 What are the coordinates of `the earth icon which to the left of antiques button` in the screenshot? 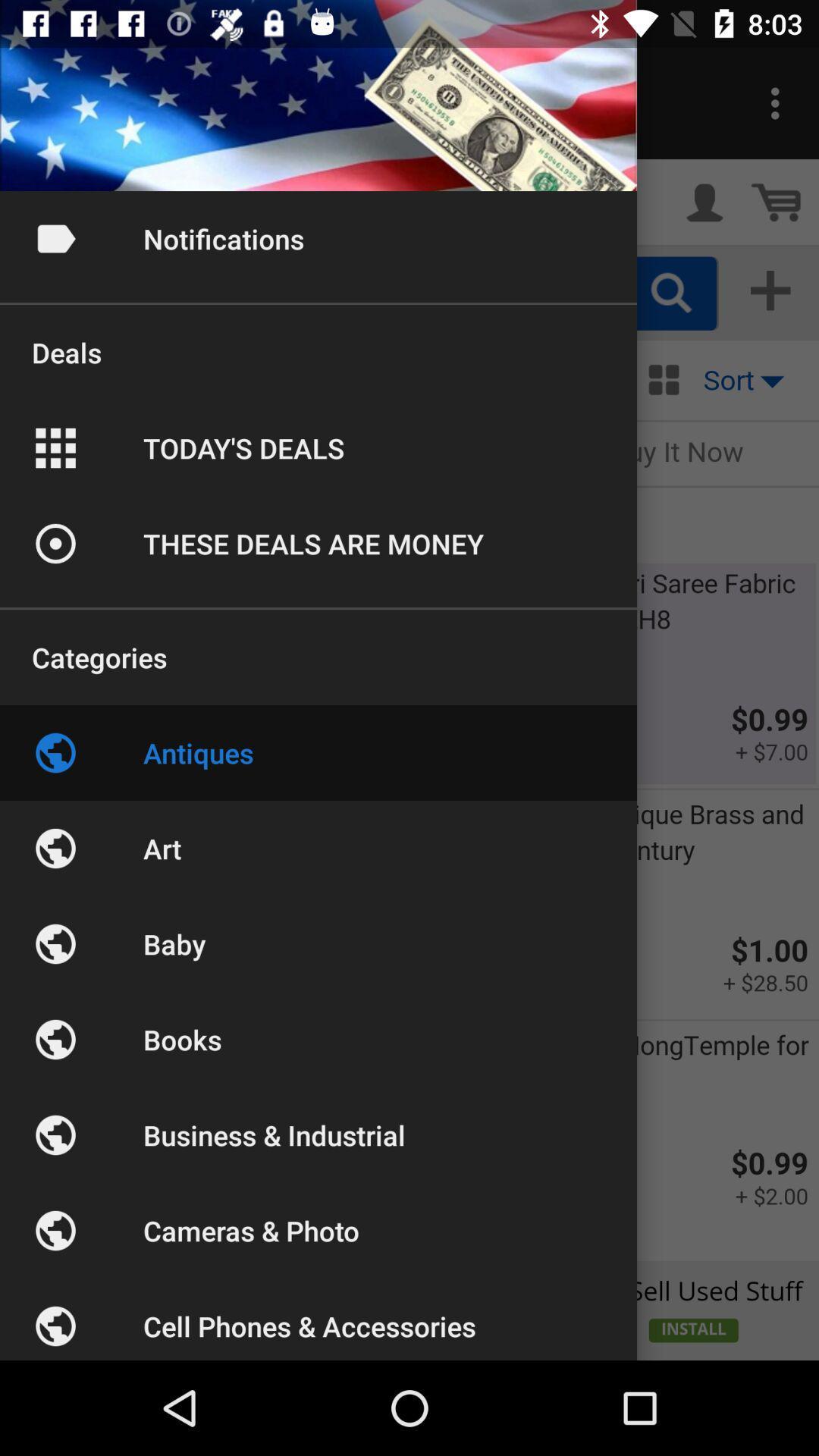 It's located at (55, 753).